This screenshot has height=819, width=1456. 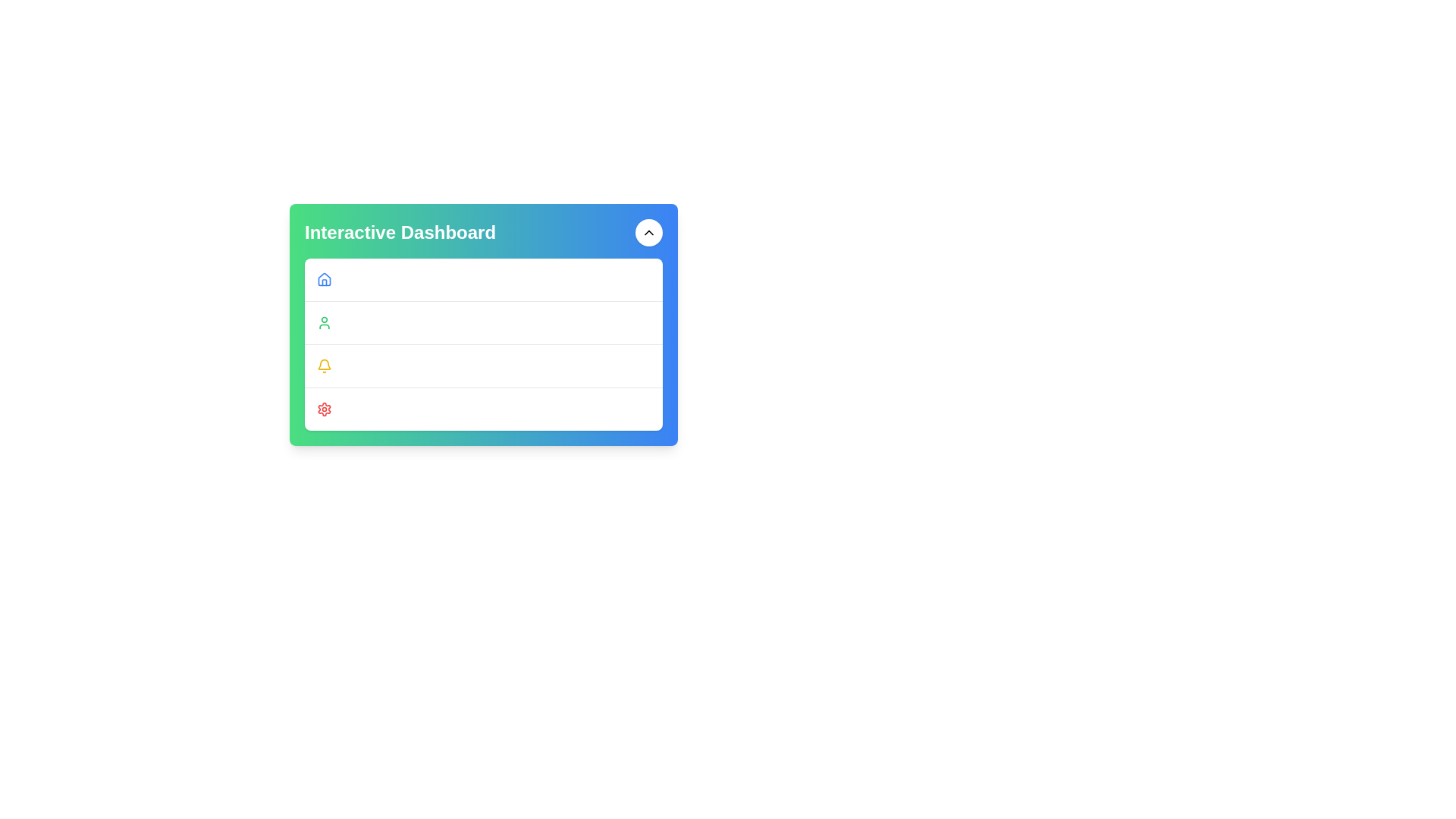 I want to click on the chevron-up icon located at the top right corner of the interface, so click(x=648, y=233).